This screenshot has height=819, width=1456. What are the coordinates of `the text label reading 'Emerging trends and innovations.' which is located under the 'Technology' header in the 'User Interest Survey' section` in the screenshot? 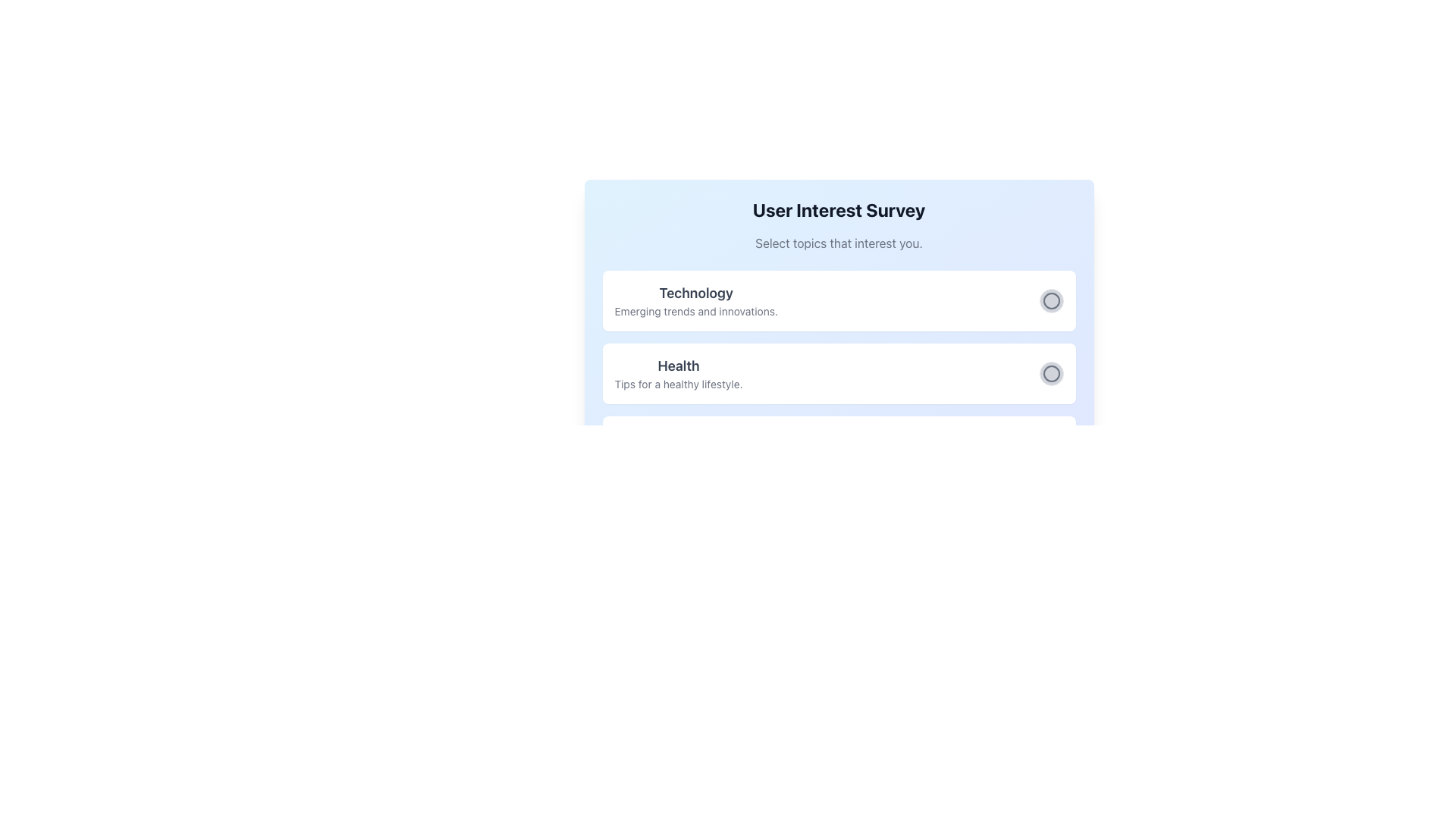 It's located at (695, 311).